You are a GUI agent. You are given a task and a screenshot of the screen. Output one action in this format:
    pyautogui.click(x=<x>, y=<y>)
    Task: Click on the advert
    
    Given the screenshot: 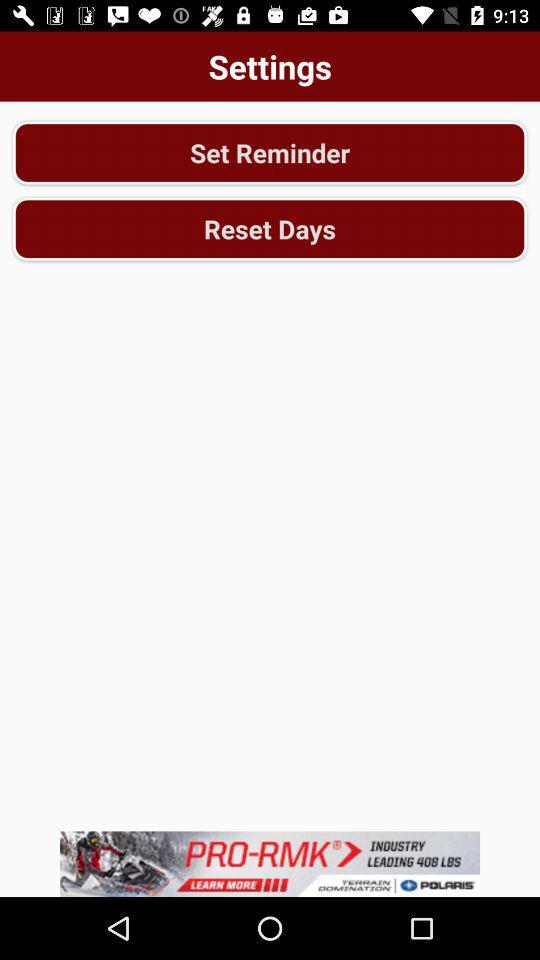 What is the action you would take?
    pyautogui.click(x=270, y=863)
    